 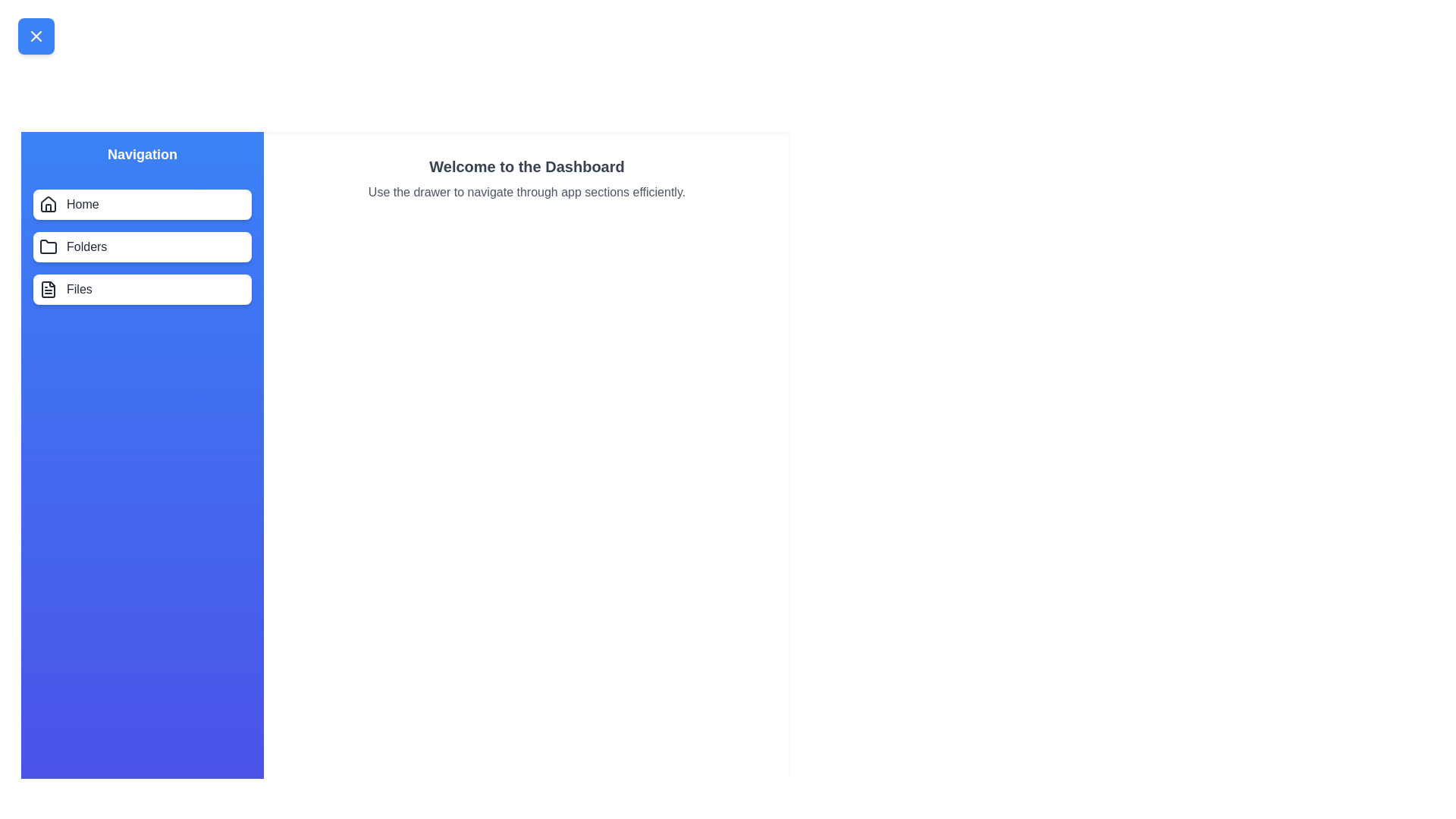 I want to click on the menu item Home, so click(x=142, y=205).